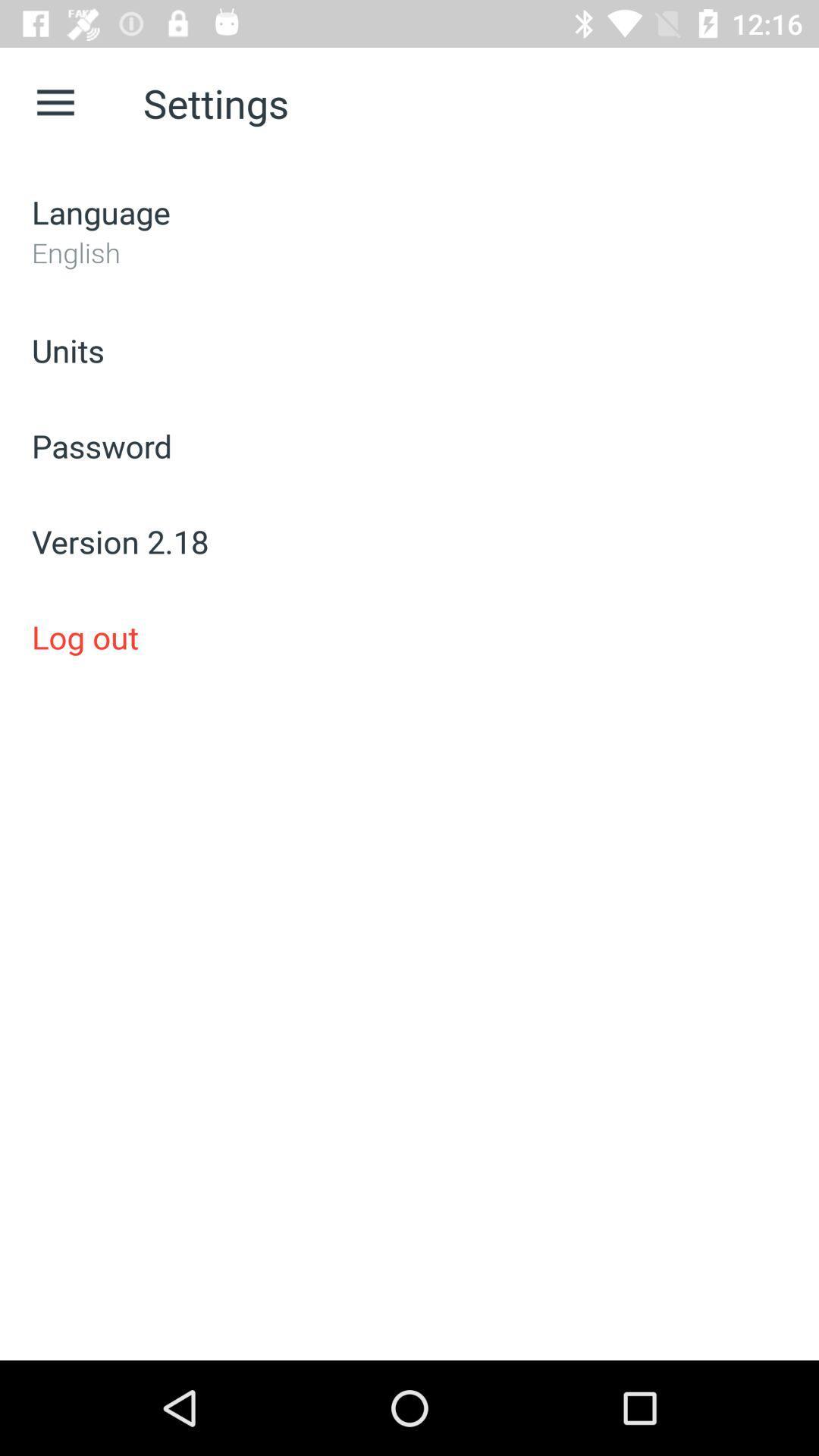 The image size is (819, 1456). I want to click on units, so click(409, 349).